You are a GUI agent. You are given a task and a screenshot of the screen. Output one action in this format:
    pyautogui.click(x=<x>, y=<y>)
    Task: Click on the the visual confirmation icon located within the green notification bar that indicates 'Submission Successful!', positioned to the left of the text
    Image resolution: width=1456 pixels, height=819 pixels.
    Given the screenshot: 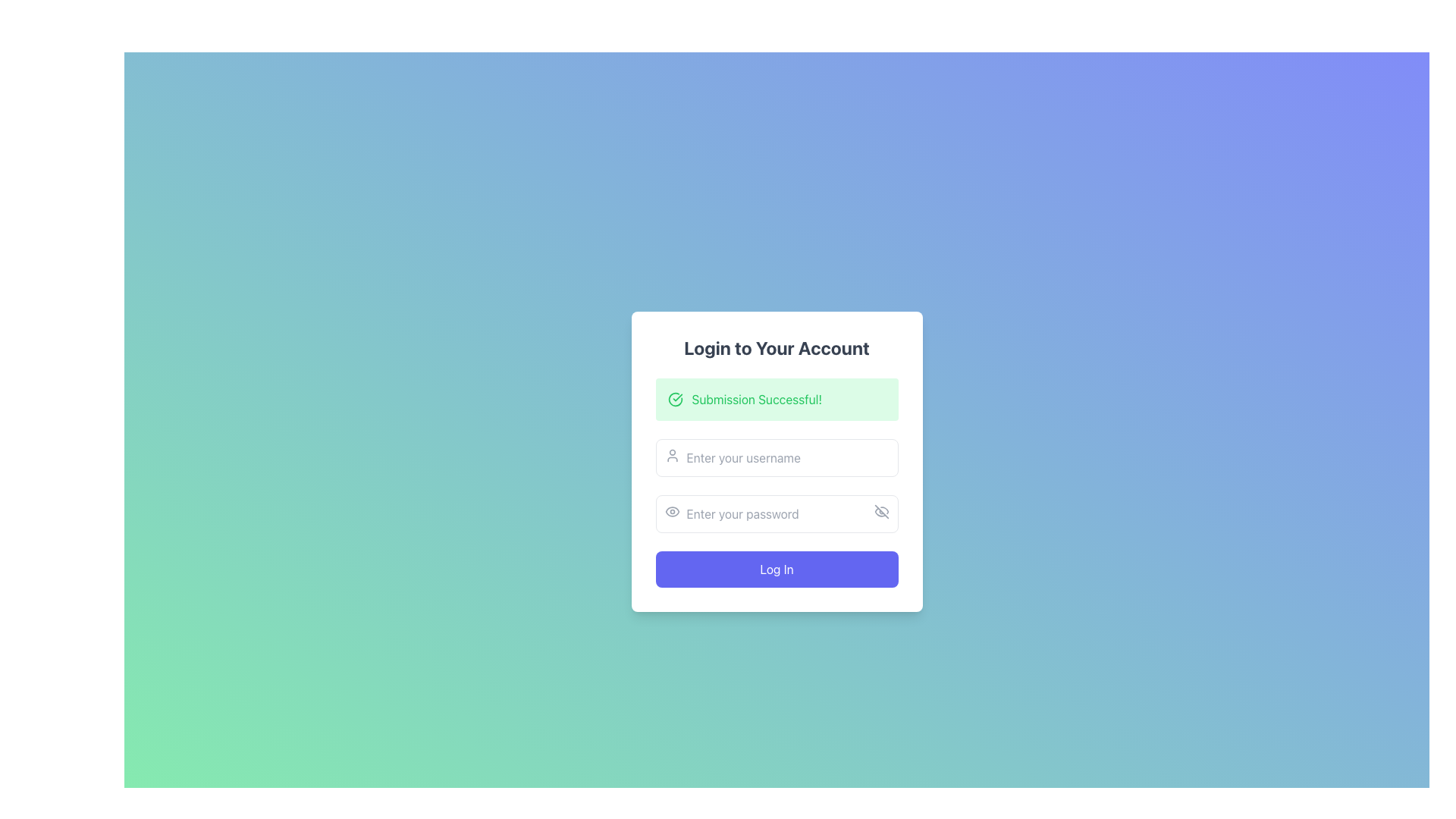 What is the action you would take?
    pyautogui.click(x=674, y=399)
    